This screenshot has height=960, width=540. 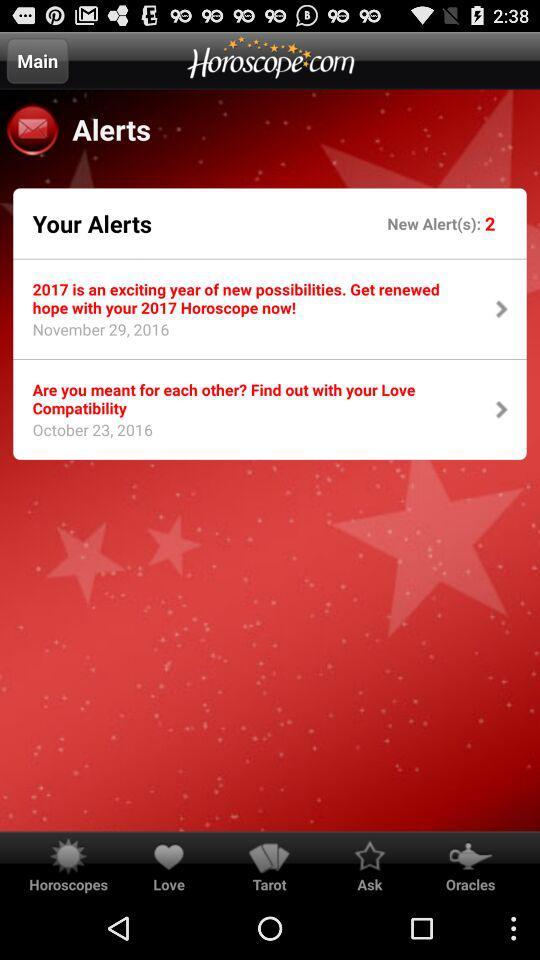 I want to click on the app below the your alerts app, so click(x=250, y=297).